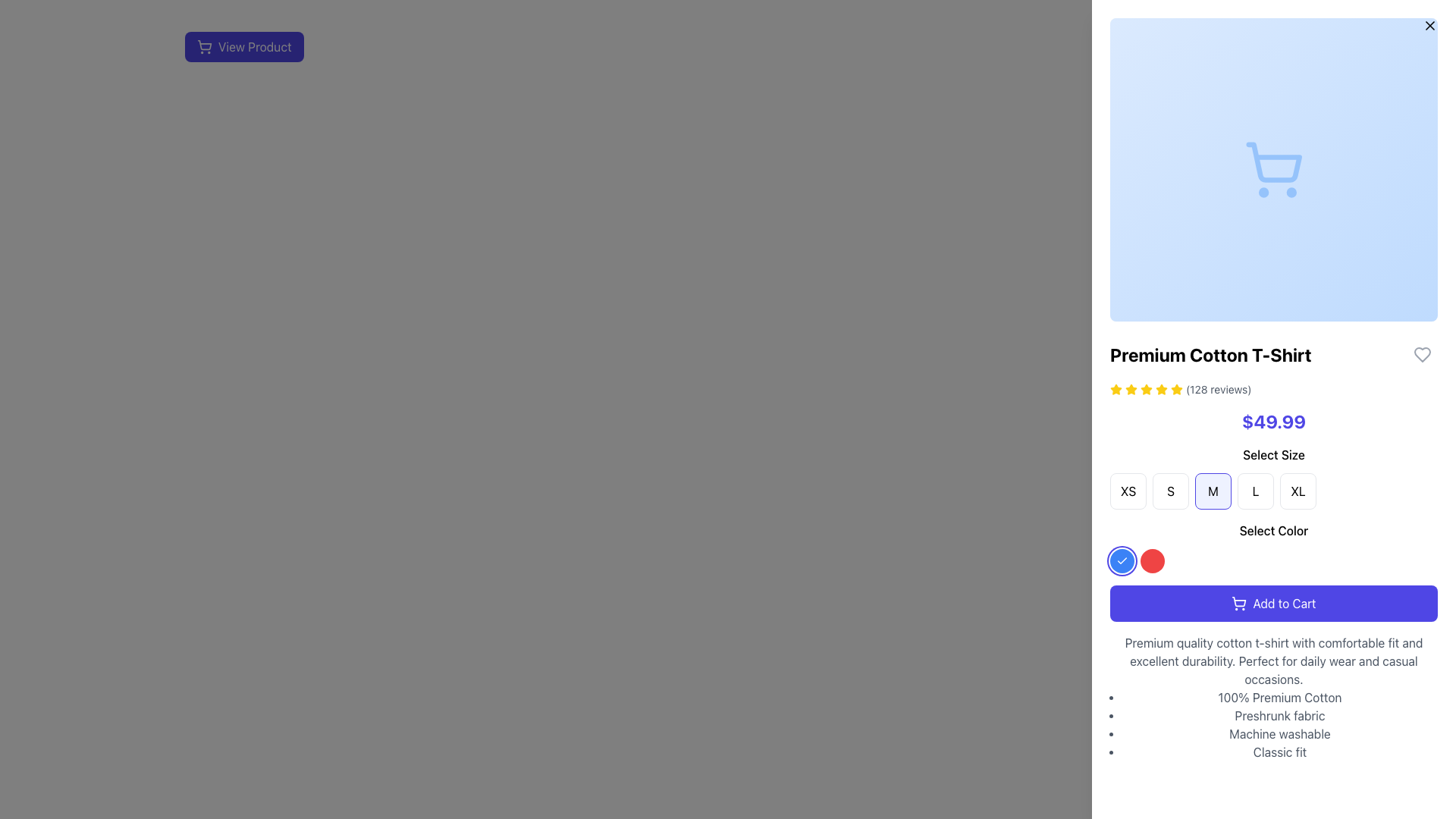 This screenshot has width=1456, height=819. What do you see at coordinates (1122, 561) in the screenshot?
I see `the first circular button representing the blue color option located beneath the 'Select Color' label` at bounding box center [1122, 561].